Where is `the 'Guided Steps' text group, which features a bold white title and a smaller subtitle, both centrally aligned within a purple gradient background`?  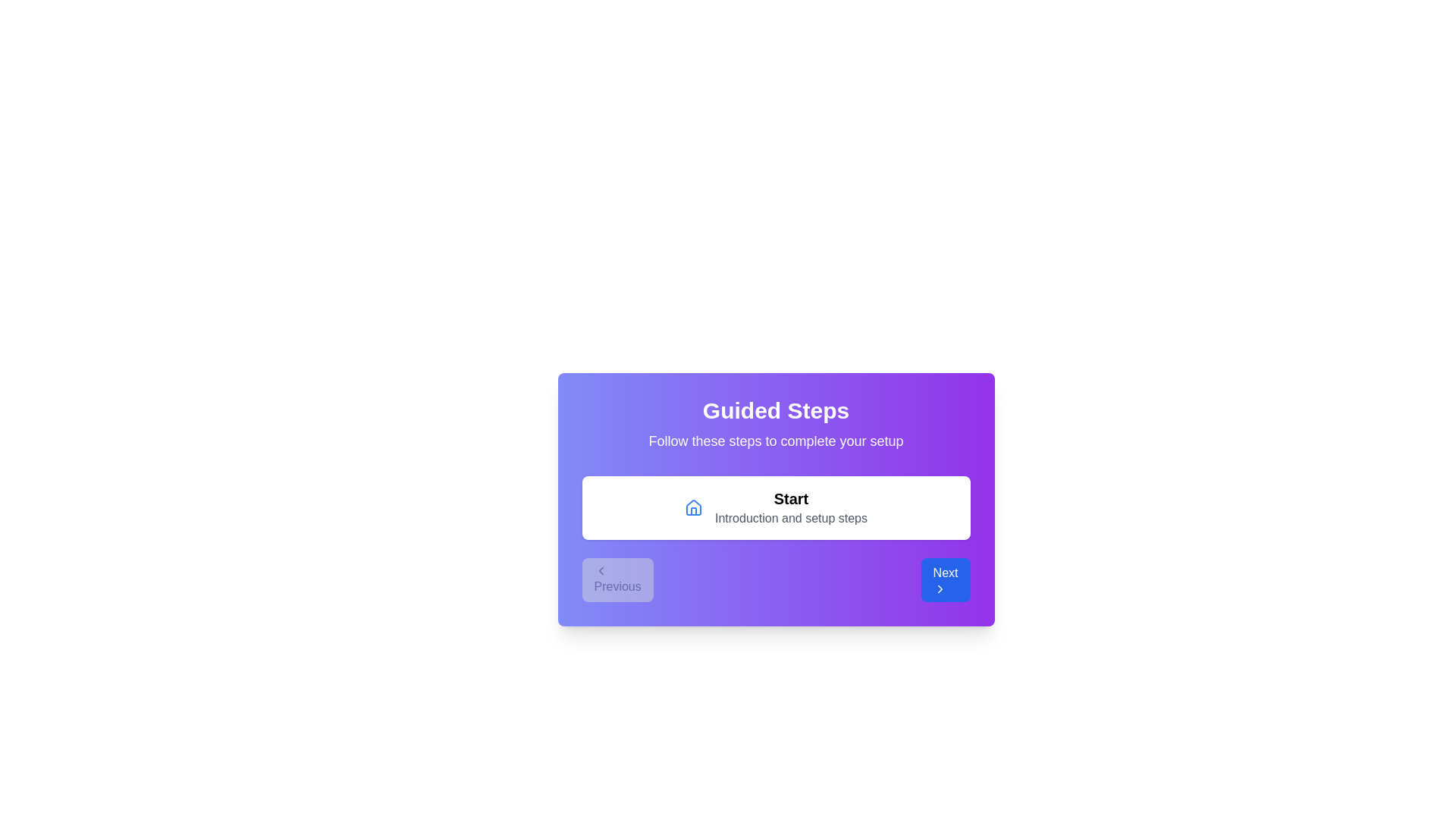 the 'Guided Steps' text group, which features a bold white title and a smaller subtitle, both centrally aligned within a purple gradient background is located at coordinates (776, 424).